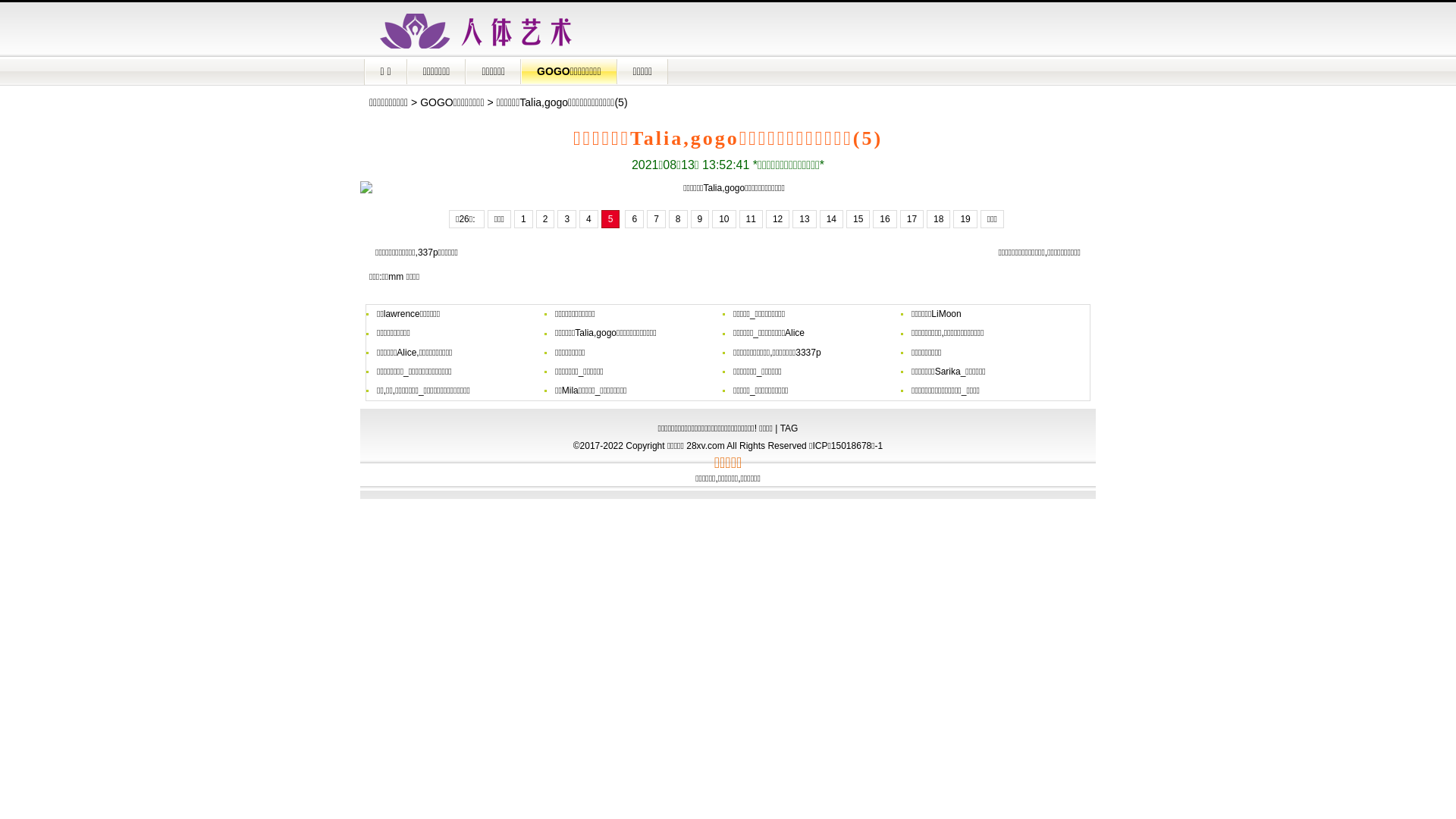  Describe the element at coordinates (588, 219) in the screenshot. I see `'4'` at that location.